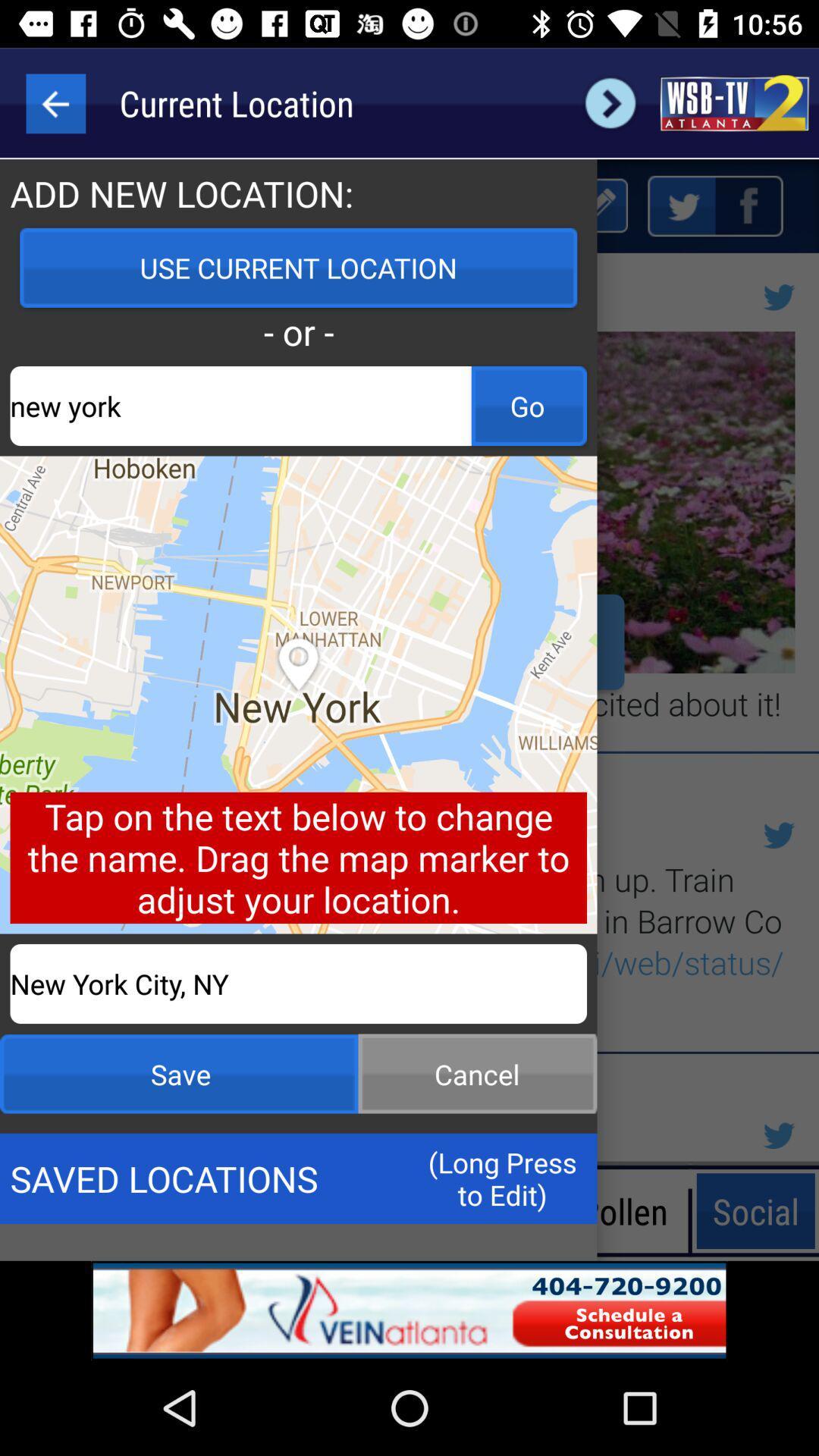 The image size is (819, 1456). I want to click on the arrow_forward icon, so click(610, 102).